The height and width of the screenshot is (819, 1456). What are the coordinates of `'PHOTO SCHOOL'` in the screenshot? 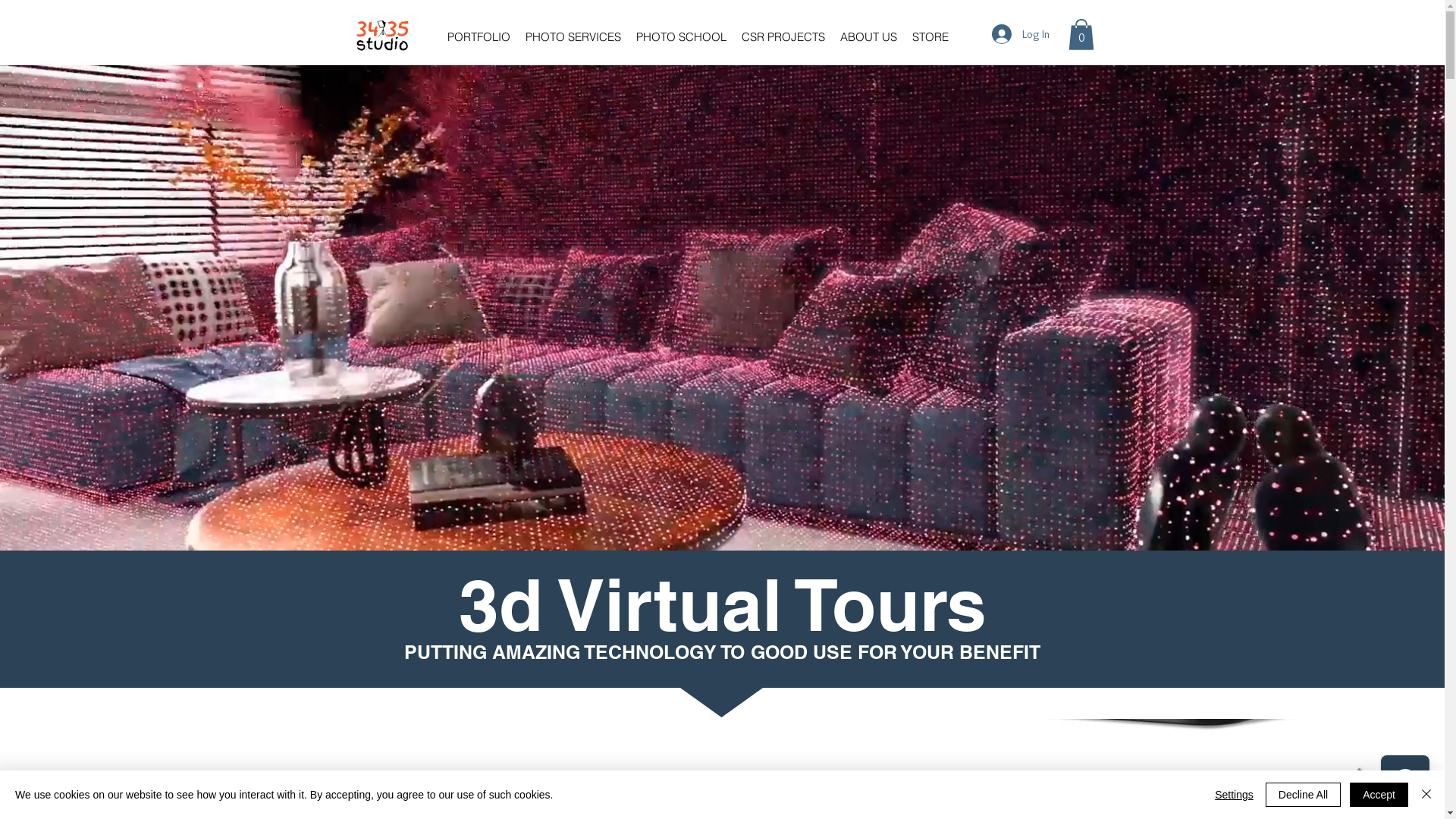 It's located at (679, 36).